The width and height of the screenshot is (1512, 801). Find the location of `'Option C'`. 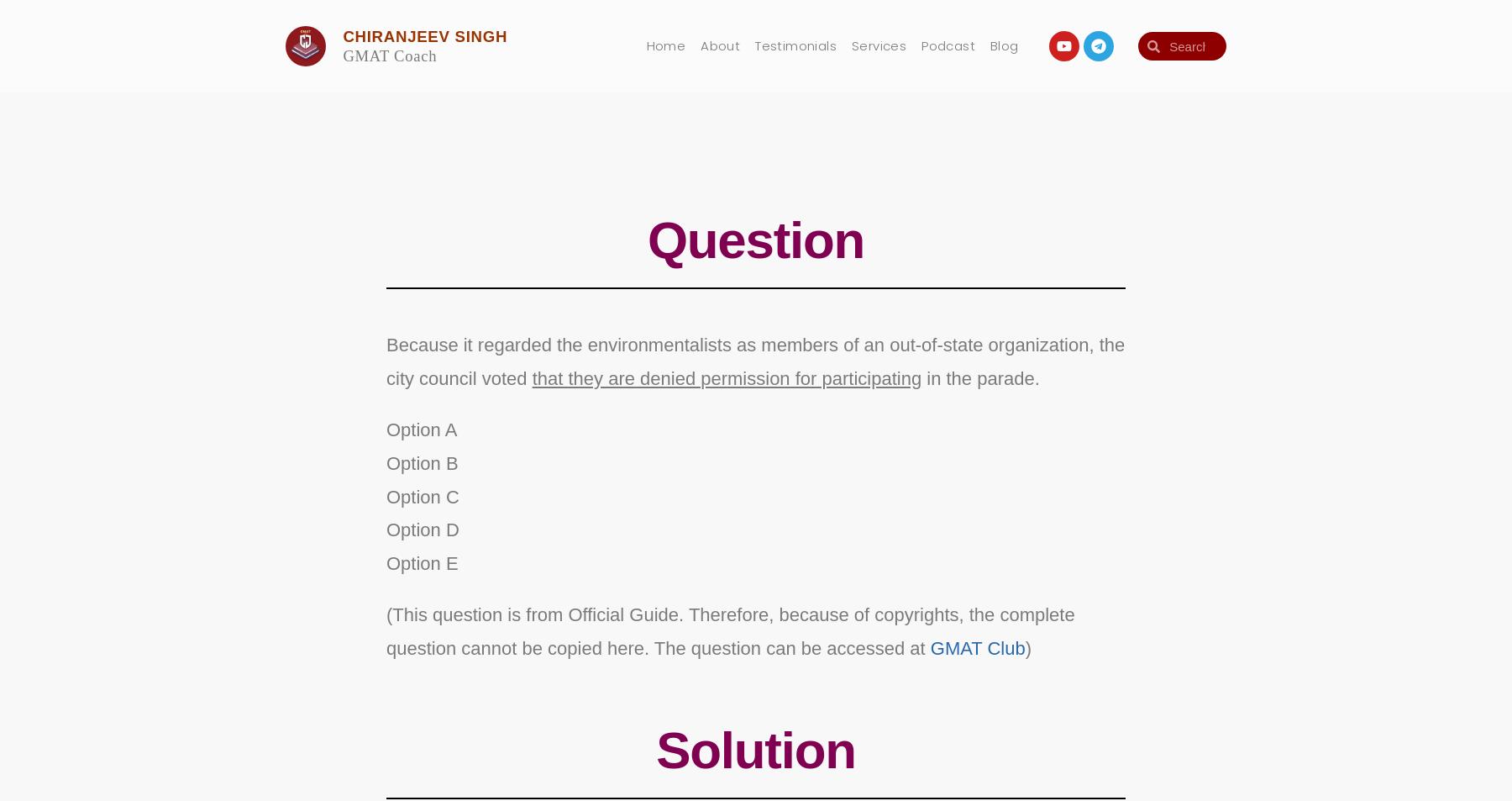

'Option C' is located at coordinates (420, 496).